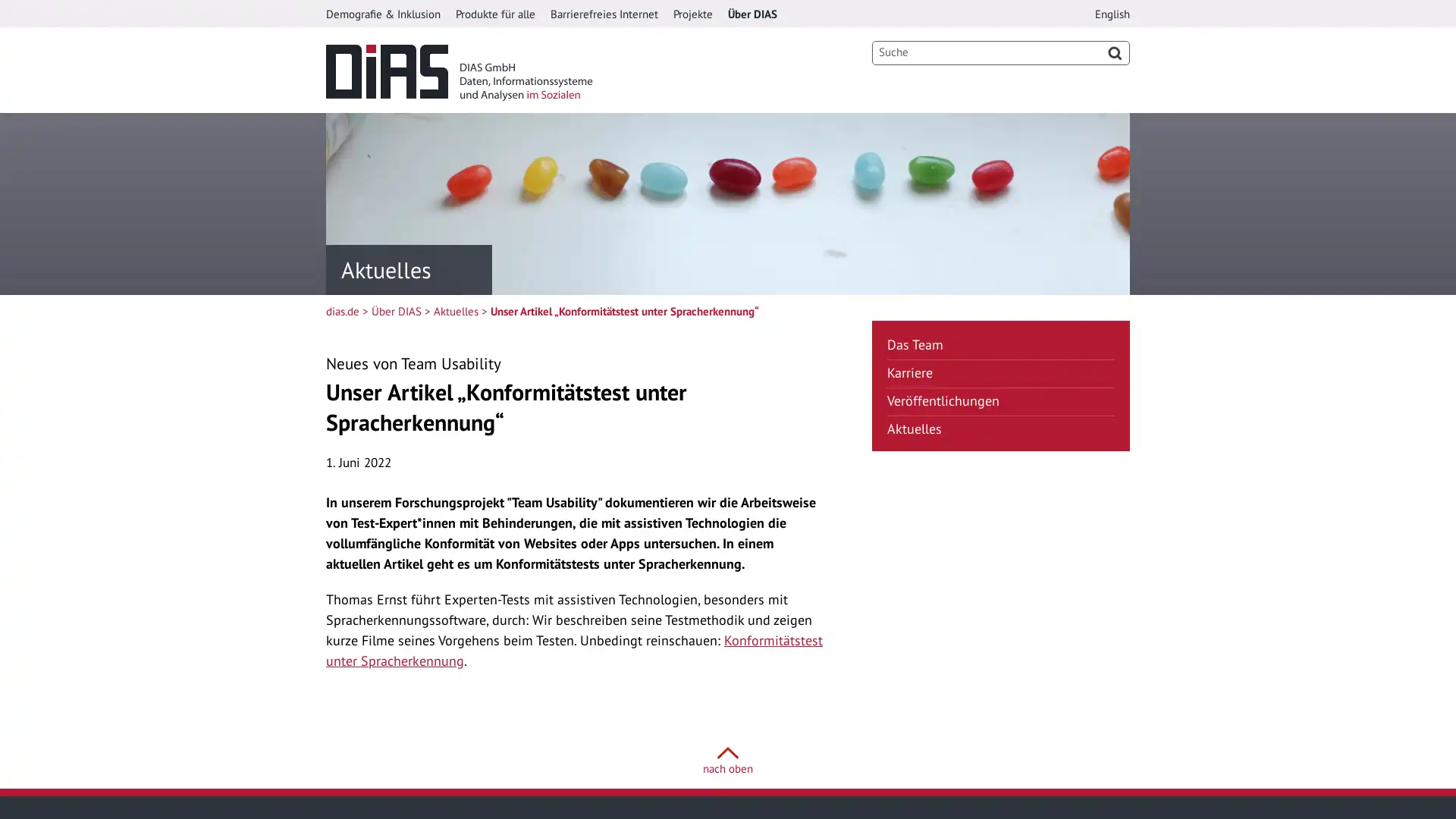  Describe the element at coordinates (1114, 52) in the screenshot. I see `Suche starten` at that location.